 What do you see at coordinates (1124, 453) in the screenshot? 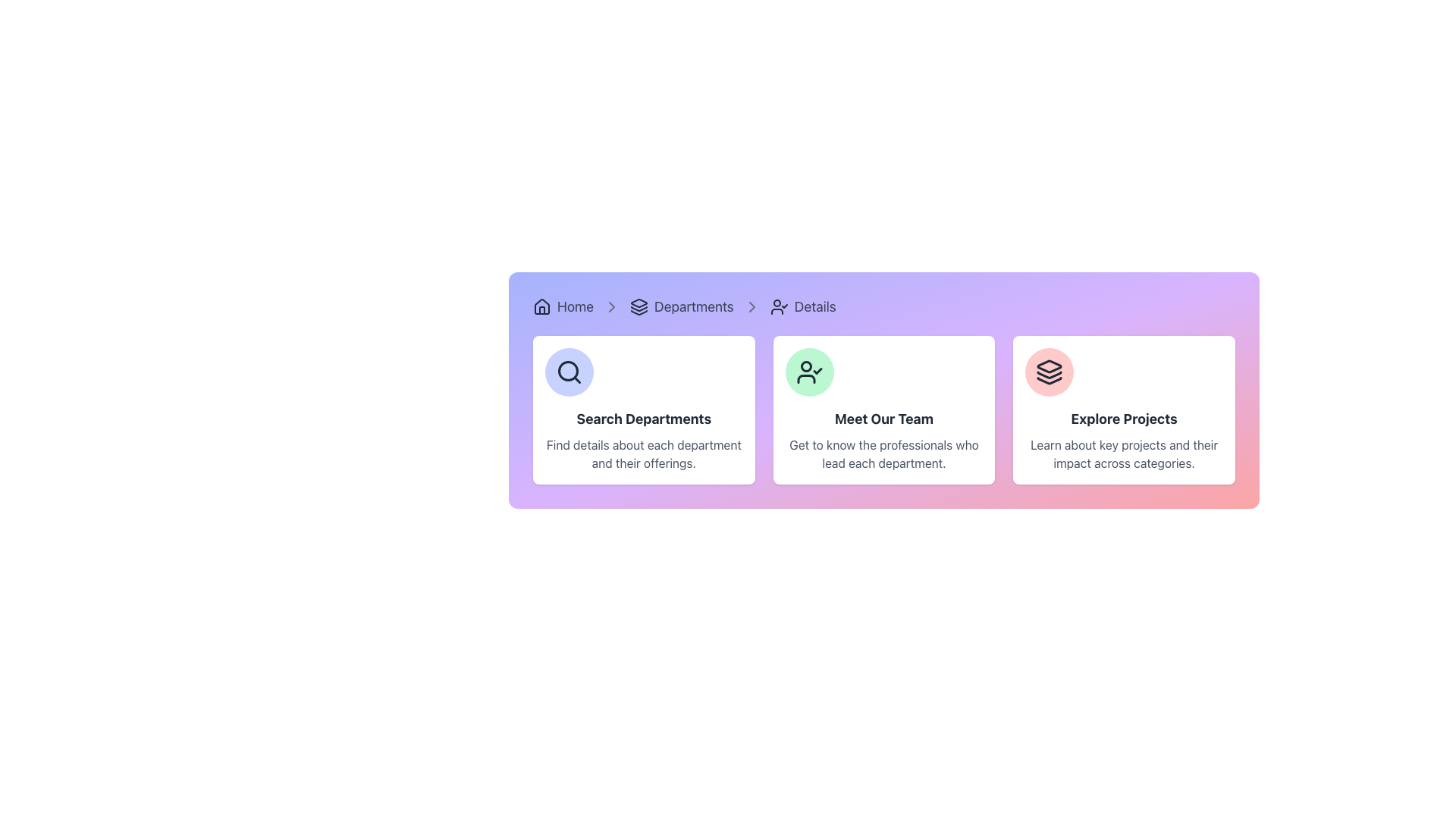
I see `the Text Label displaying 'Learn about key projects and their impact across categories.' located at the bottom of the 'Explore Projects' card` at bounding box center [1124, 453].